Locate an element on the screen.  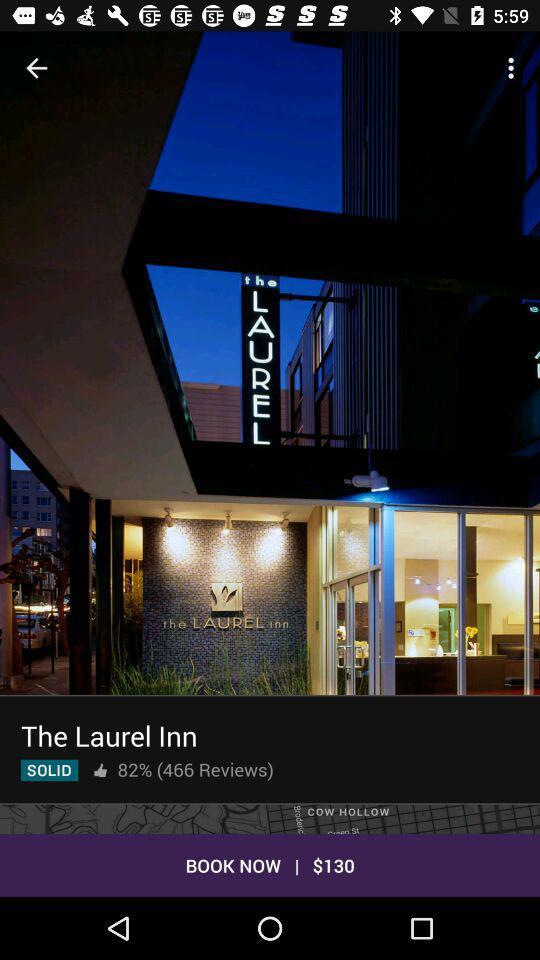
item next to 82% (466 reviews) icon is located at coordinates (99, 769).